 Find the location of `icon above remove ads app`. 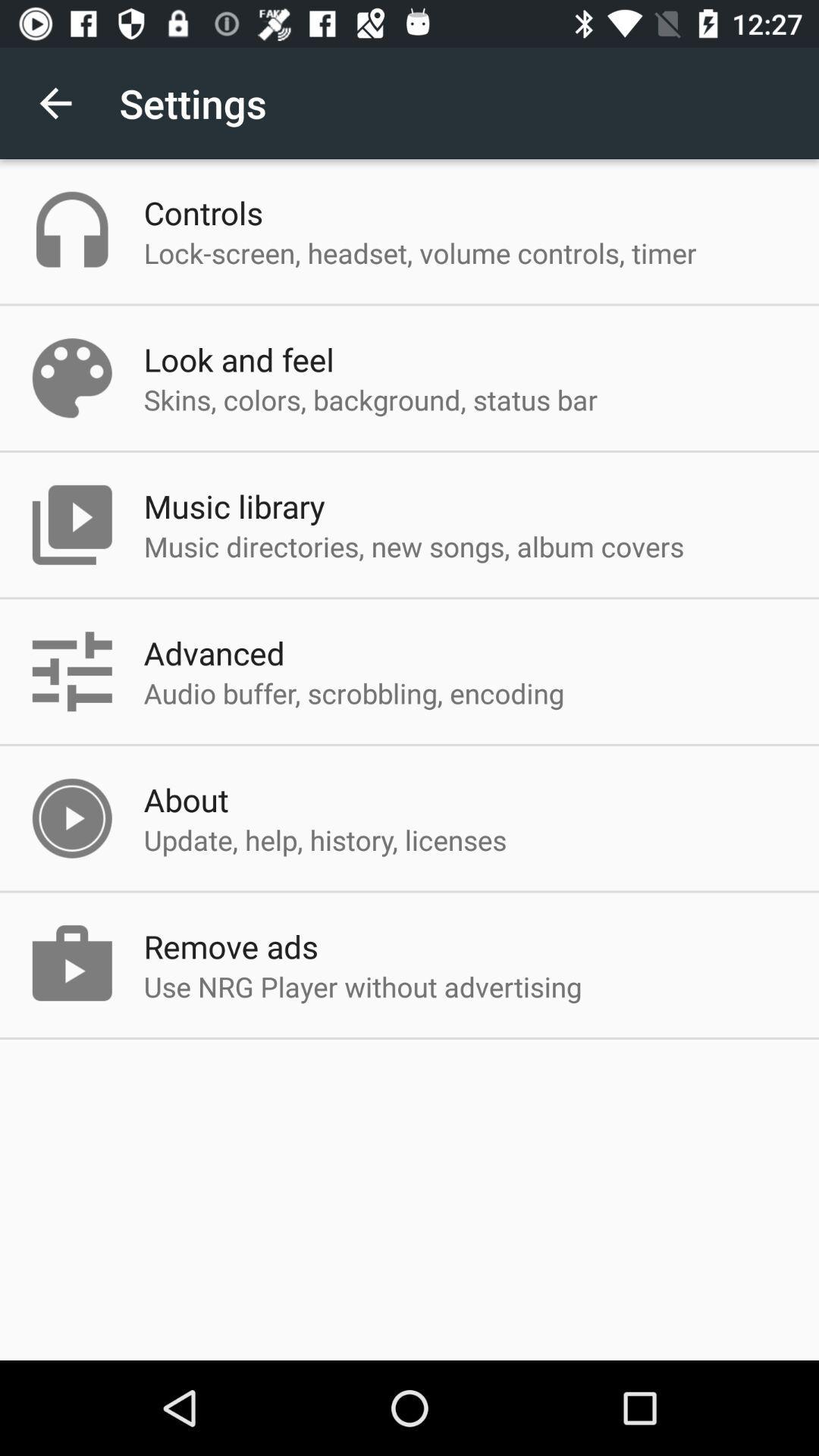

icon above remove ads app is located at coordinates (324, 839).